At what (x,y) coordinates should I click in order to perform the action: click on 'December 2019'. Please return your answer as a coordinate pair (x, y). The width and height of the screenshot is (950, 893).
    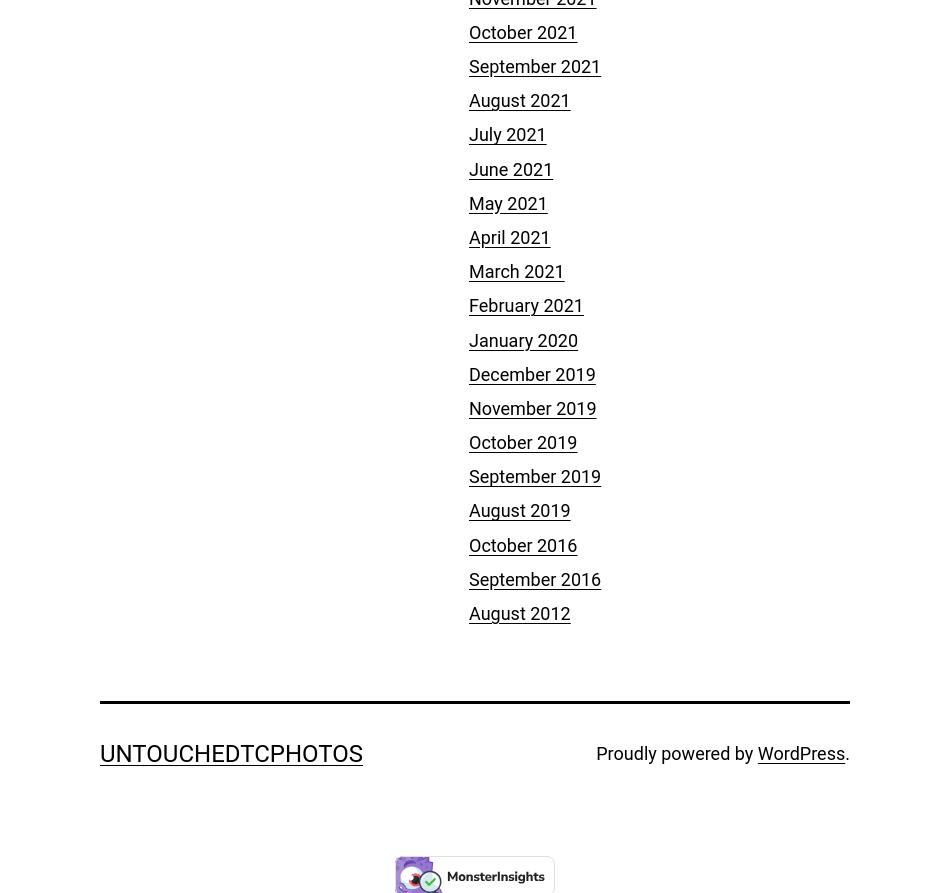
    Looking at the image, I should click on (532, 373).